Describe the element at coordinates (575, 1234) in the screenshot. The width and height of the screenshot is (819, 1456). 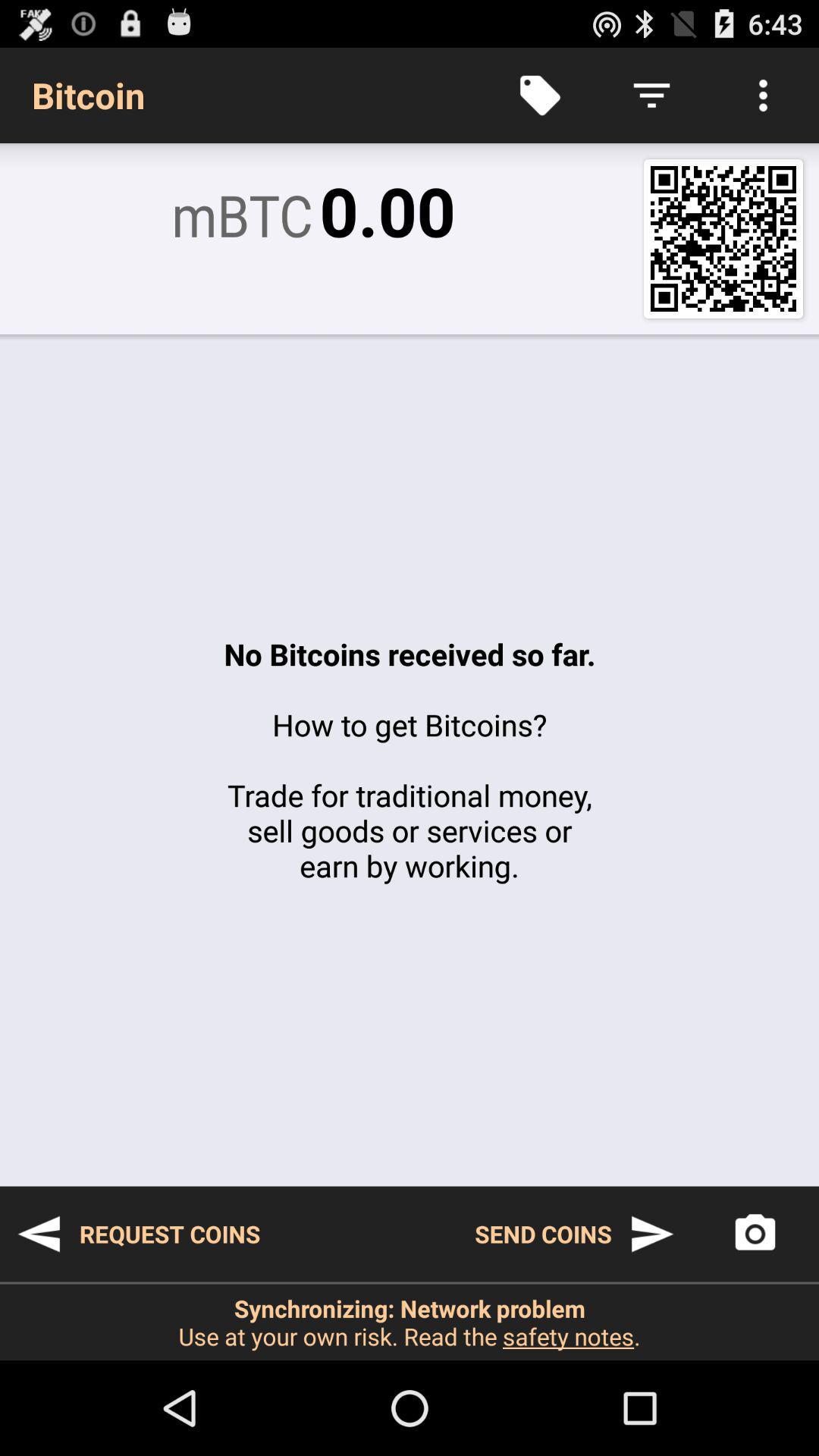
I see `the item below the no bitcoins received icon` at that location.